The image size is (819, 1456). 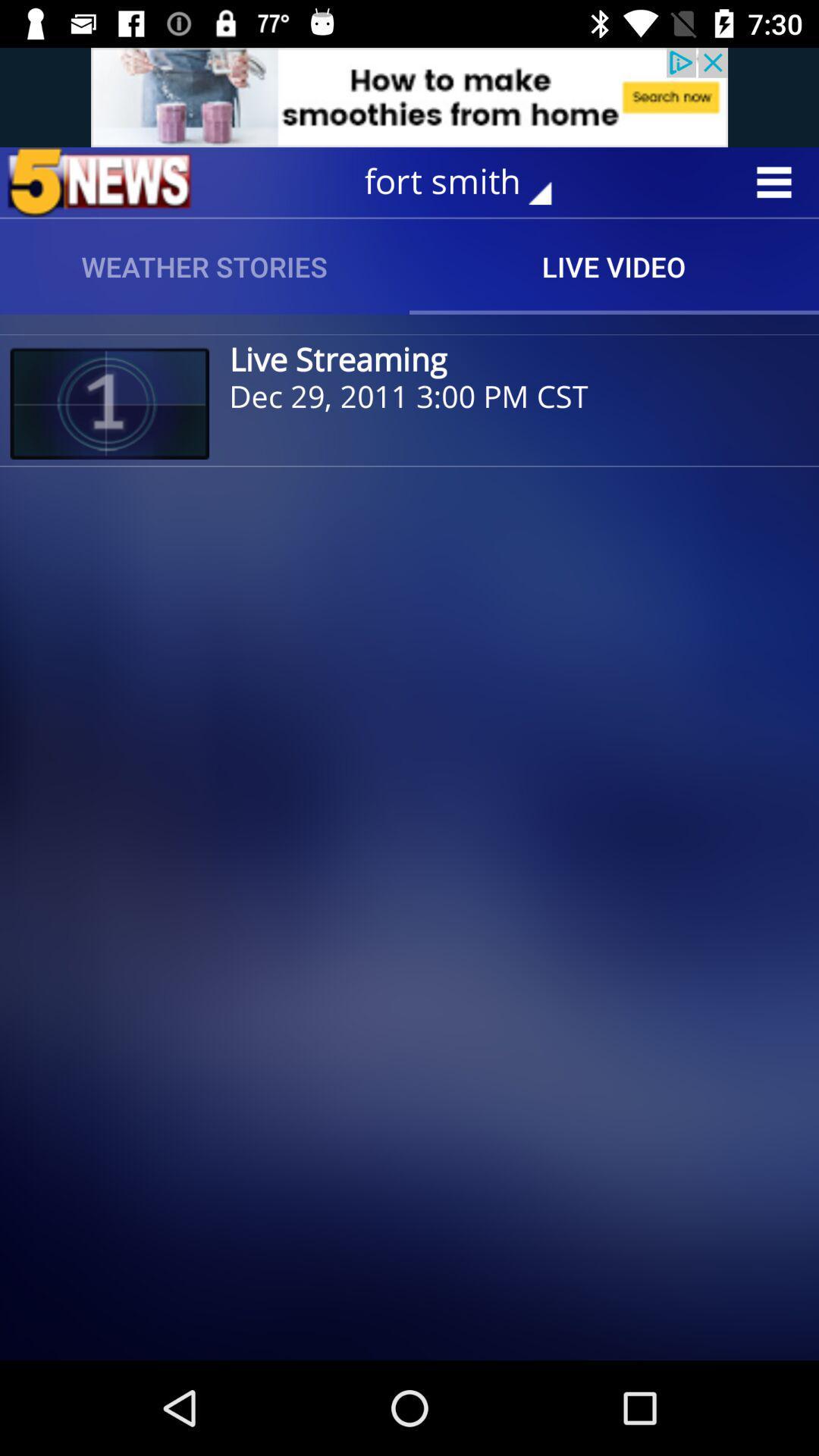 I want to click on advertisement, so click(x=409, y=96).